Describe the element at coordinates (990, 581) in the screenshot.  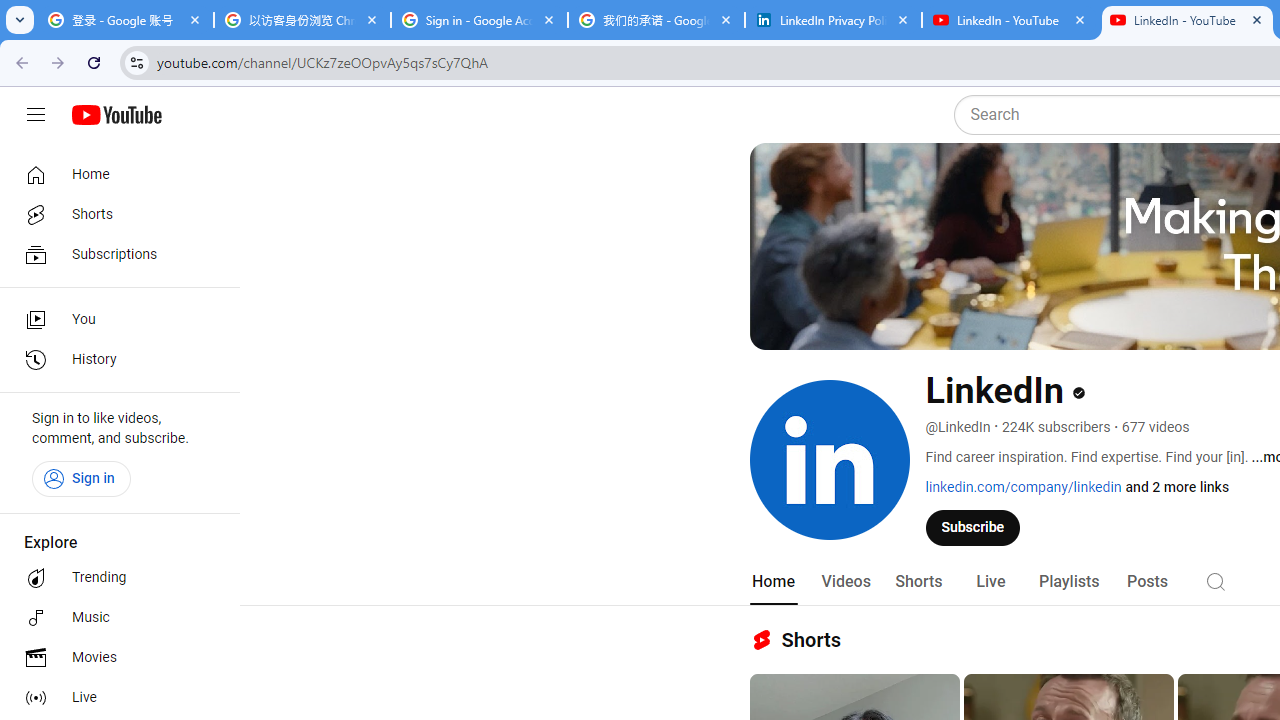
I see `'Live'` at that location.